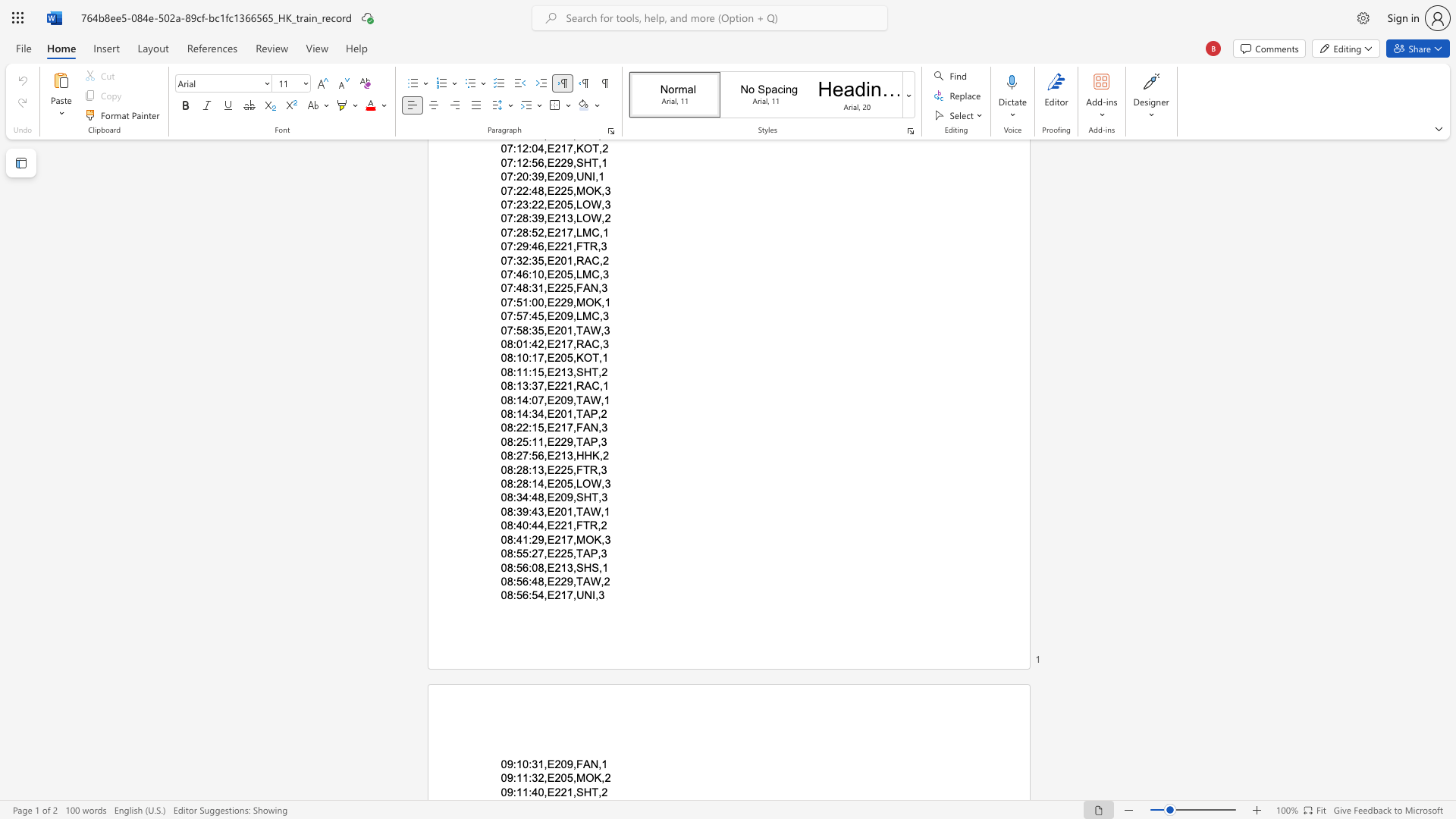  What do you see at coordinates (571, 511) in the screenshot?
I see `the space between the continuous character "1" and "," in the text` at bounding box center [571, 511].